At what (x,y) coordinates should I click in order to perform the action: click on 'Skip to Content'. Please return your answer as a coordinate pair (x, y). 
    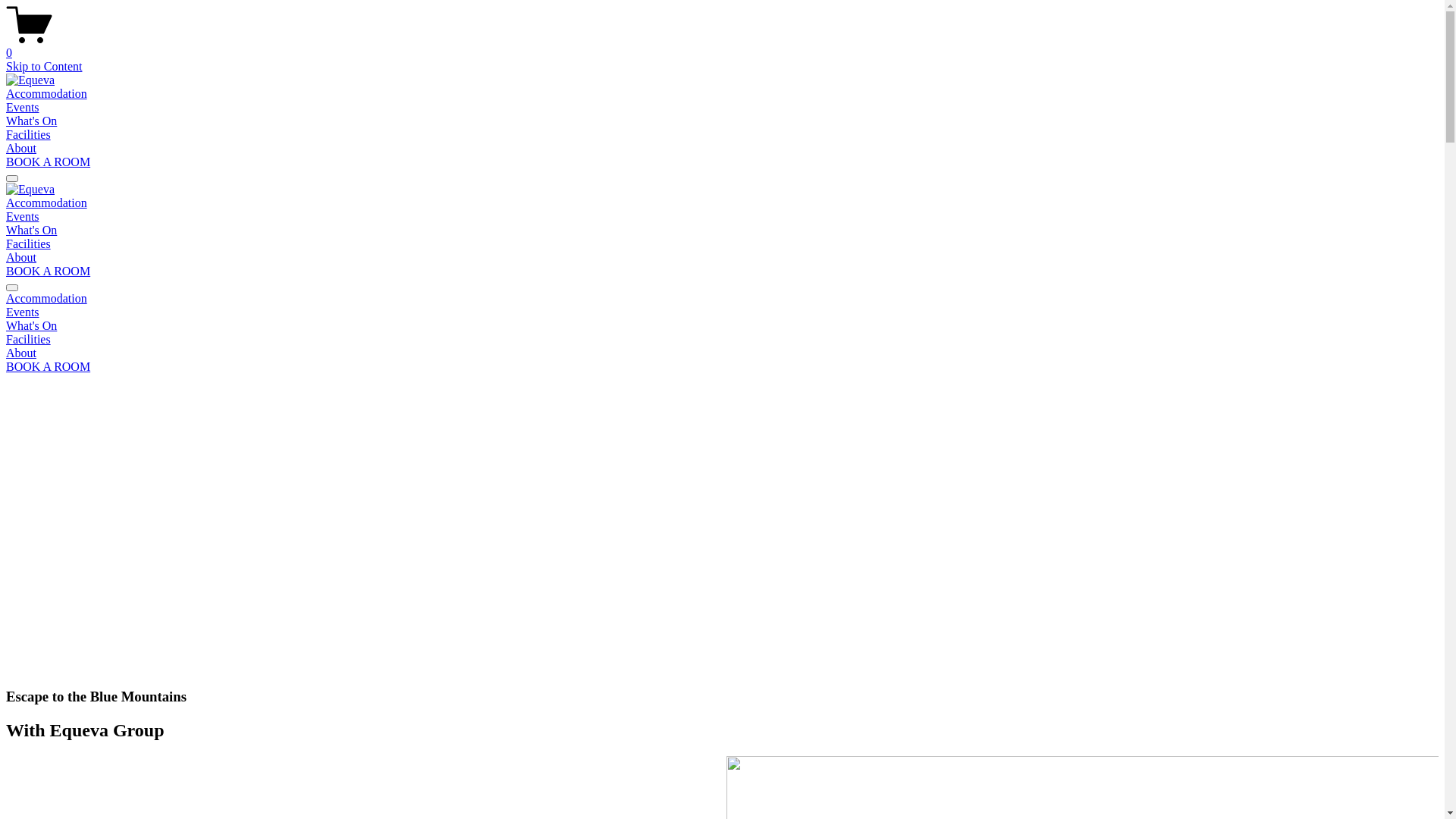
    Looking at the image, I should click on (43, 65).